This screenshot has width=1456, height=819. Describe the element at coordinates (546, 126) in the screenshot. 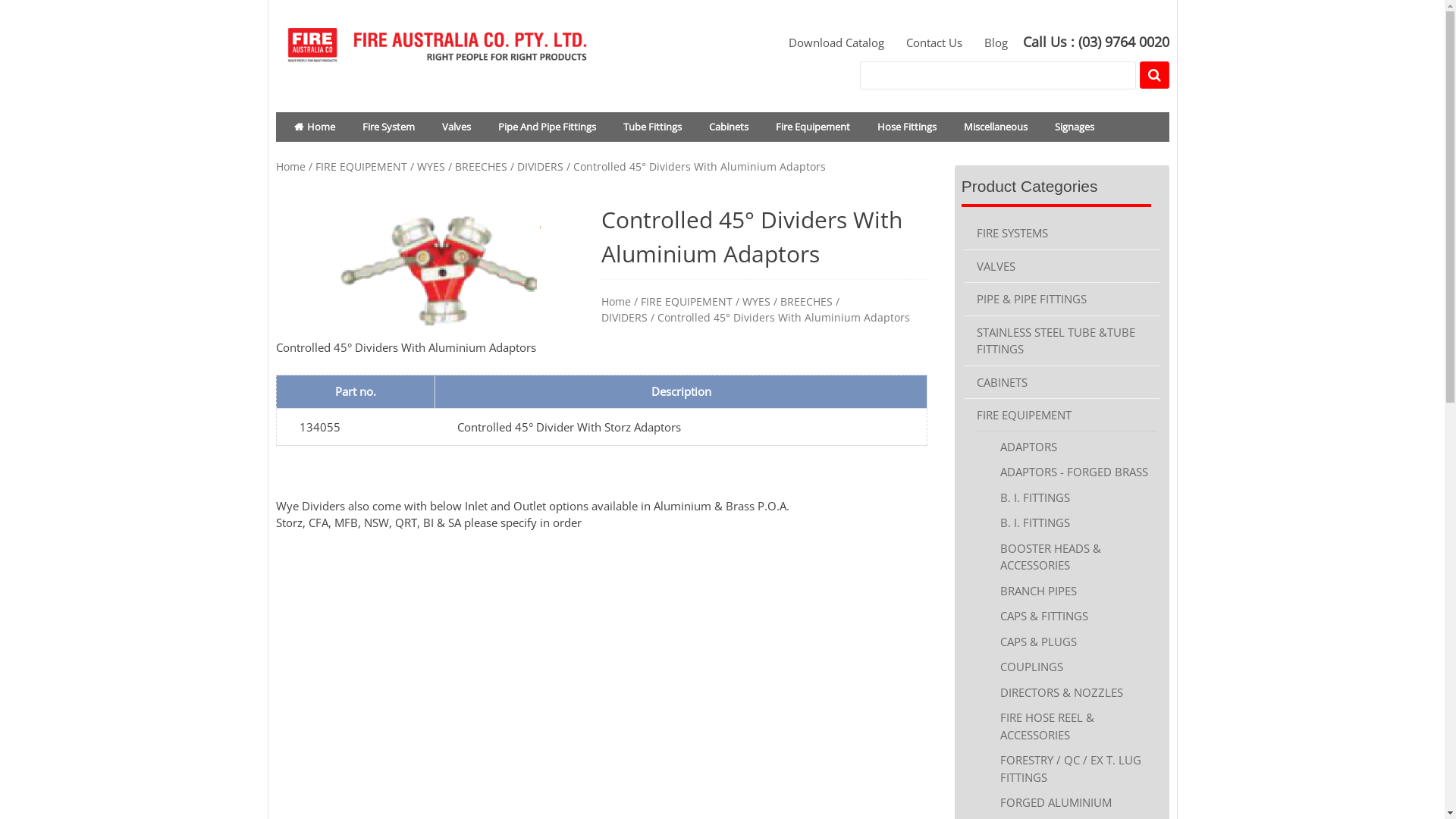

I see `'Pipe And Pipe Fittings'` at that location.